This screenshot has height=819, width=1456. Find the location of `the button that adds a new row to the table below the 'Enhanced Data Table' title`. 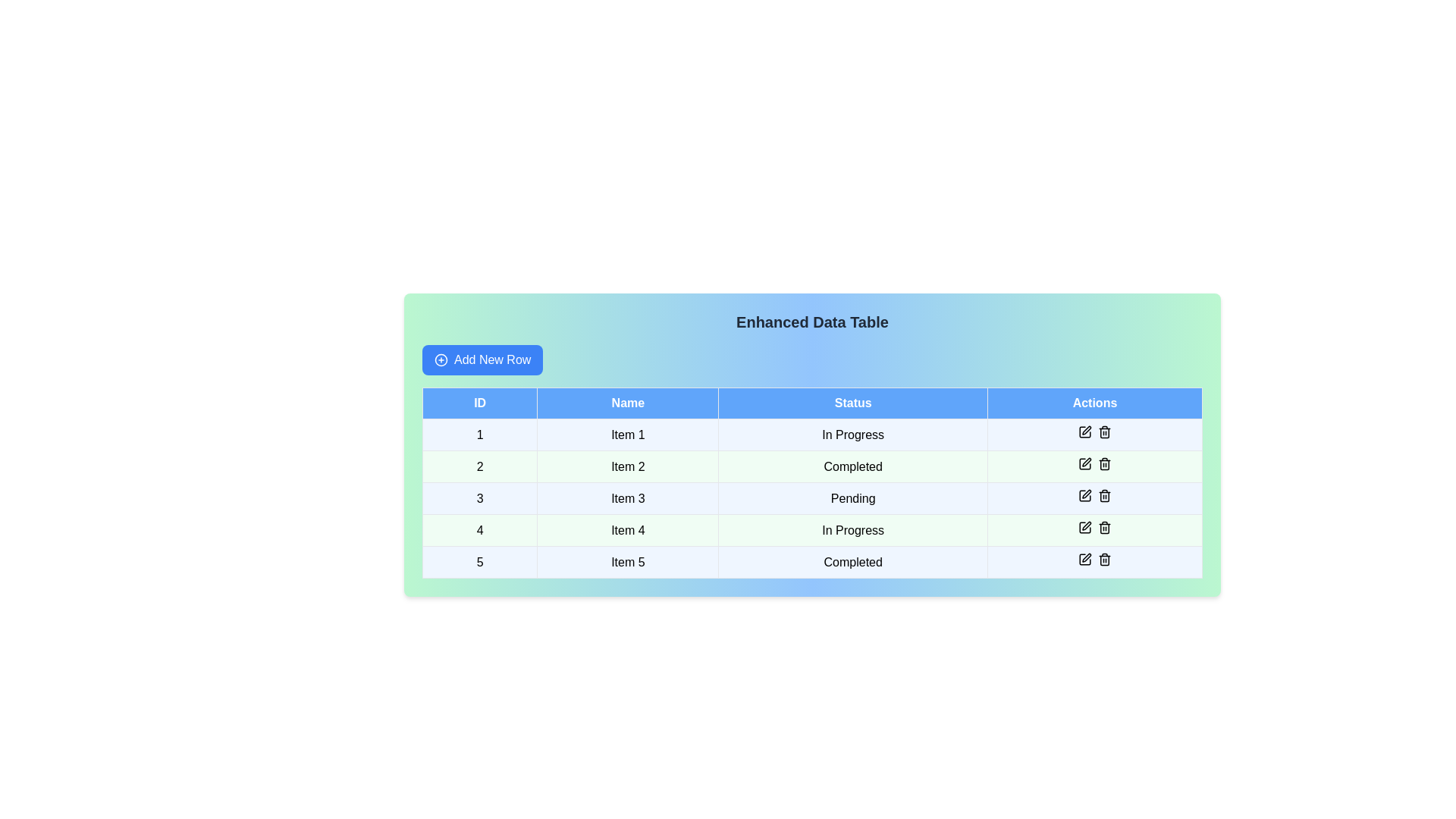

the button that adds a new row to the table below the 'Enhanced Data Table' title is located at coordinates (482, 359).